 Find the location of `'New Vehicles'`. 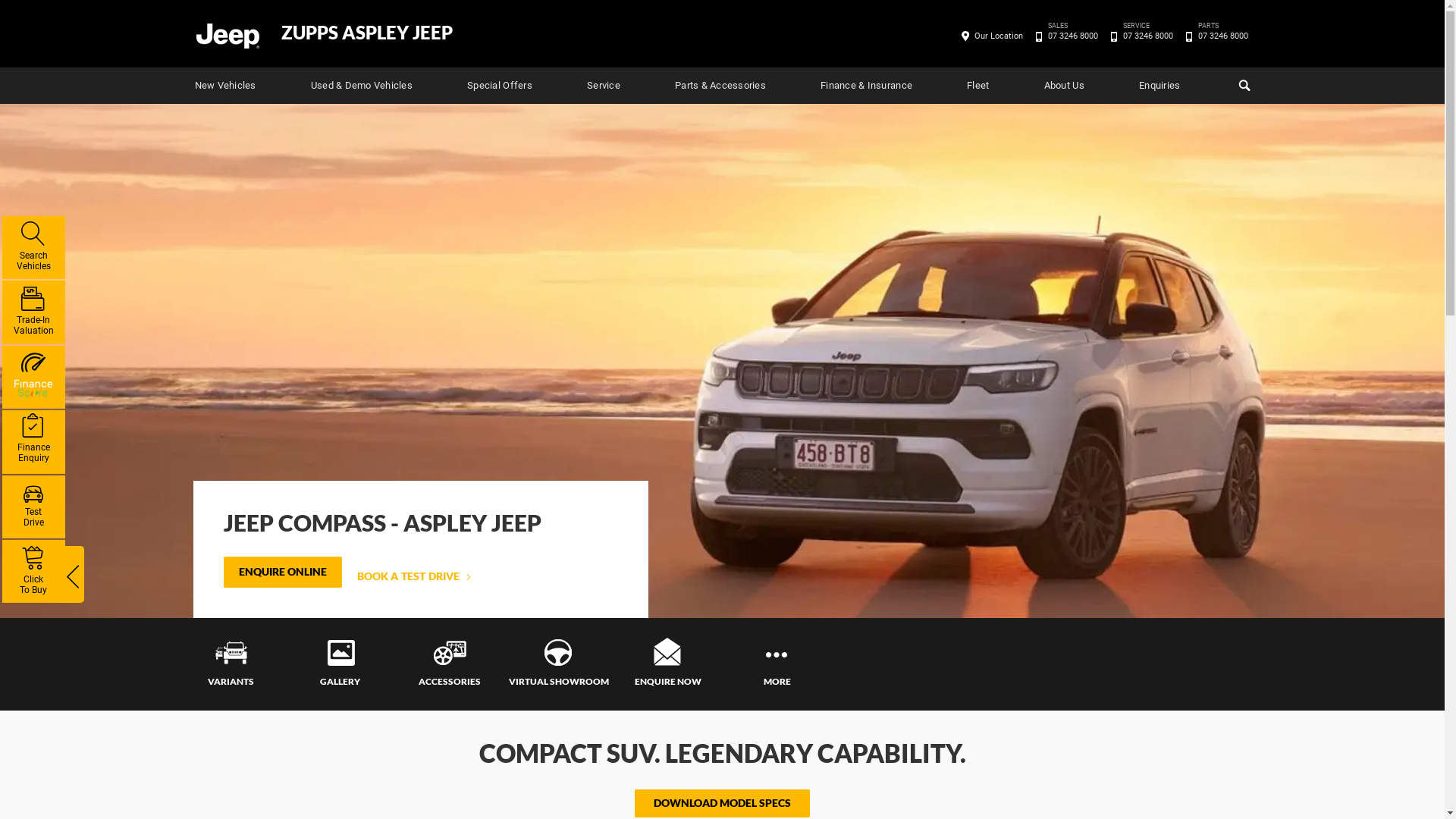

'New Vehicles' is located at coordinates (224, 85).